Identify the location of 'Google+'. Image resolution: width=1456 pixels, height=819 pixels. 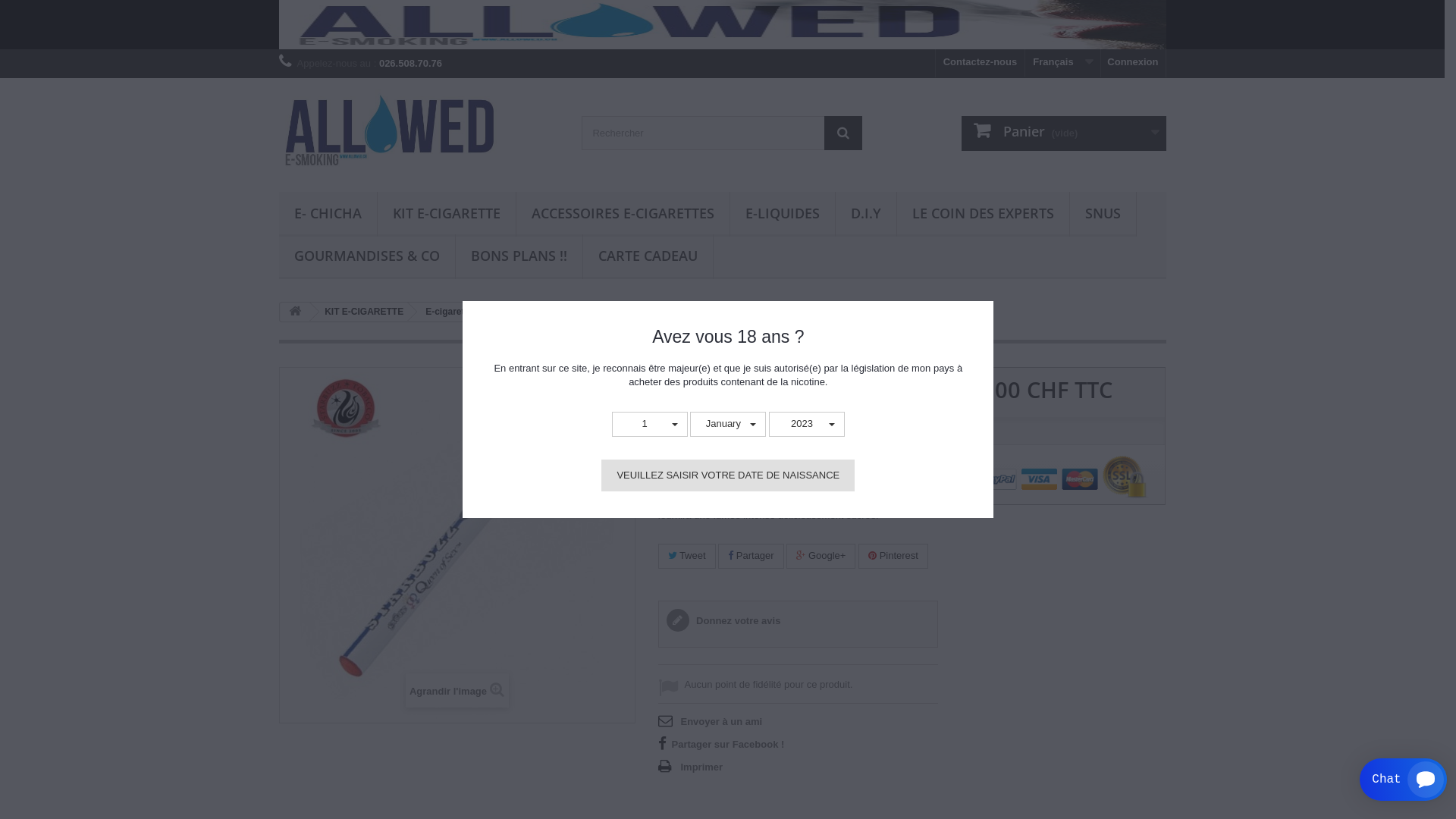
(820, 556).